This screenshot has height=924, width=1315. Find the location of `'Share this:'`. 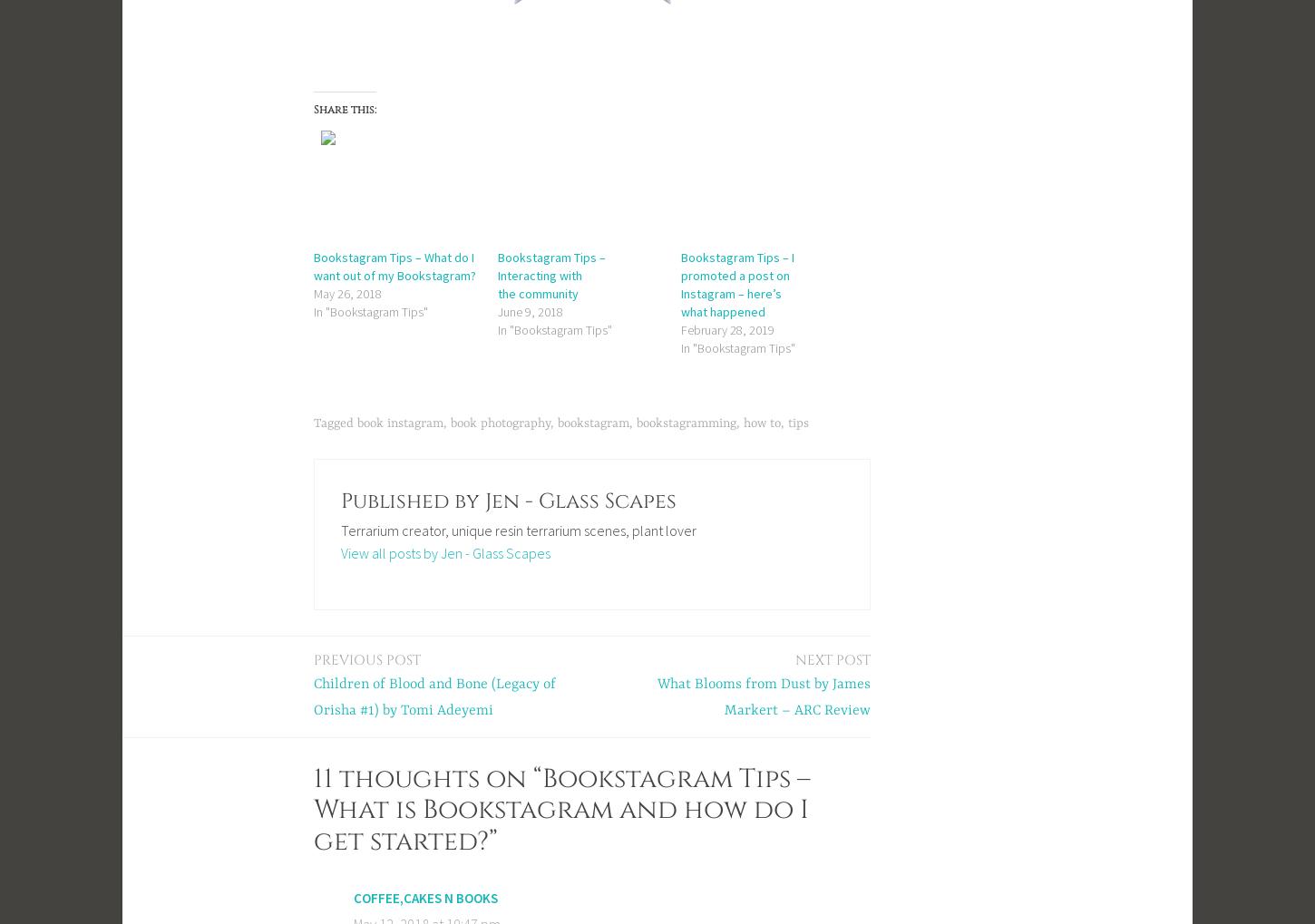

'Share this:' is located at coordinates (344, 108).